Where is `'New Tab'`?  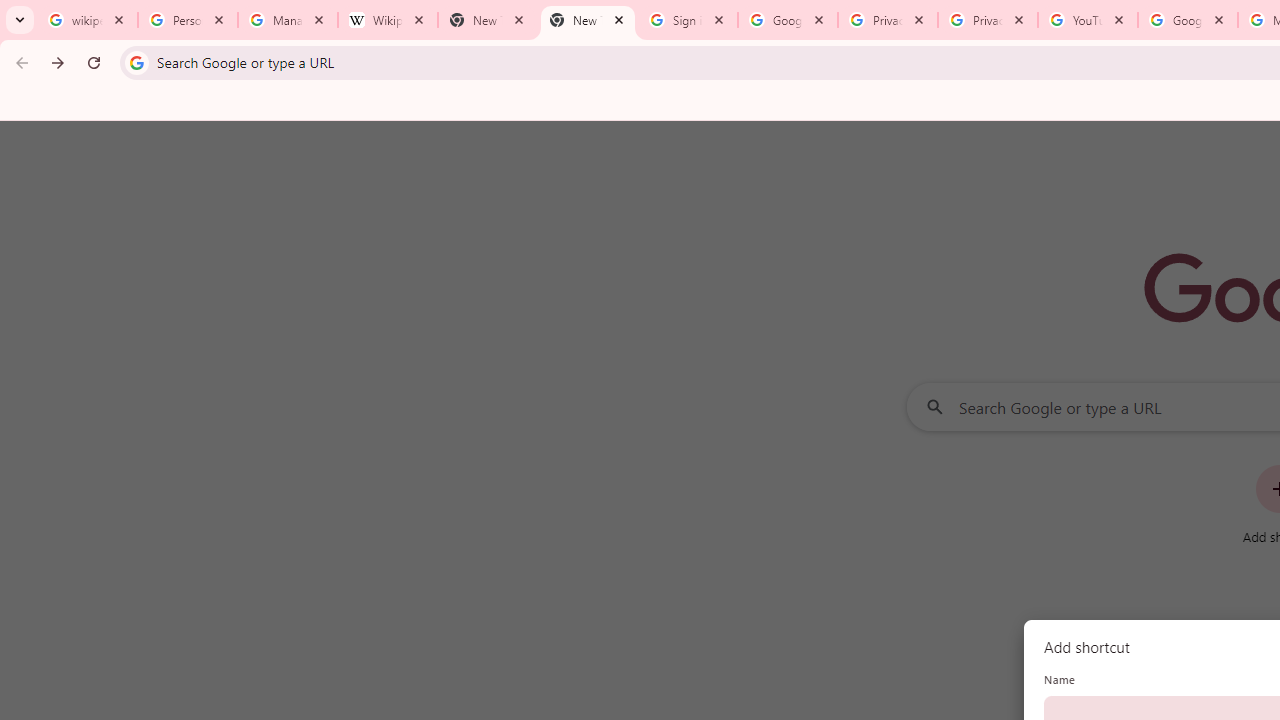 'New Tab' is located at coordinates (586, 20).